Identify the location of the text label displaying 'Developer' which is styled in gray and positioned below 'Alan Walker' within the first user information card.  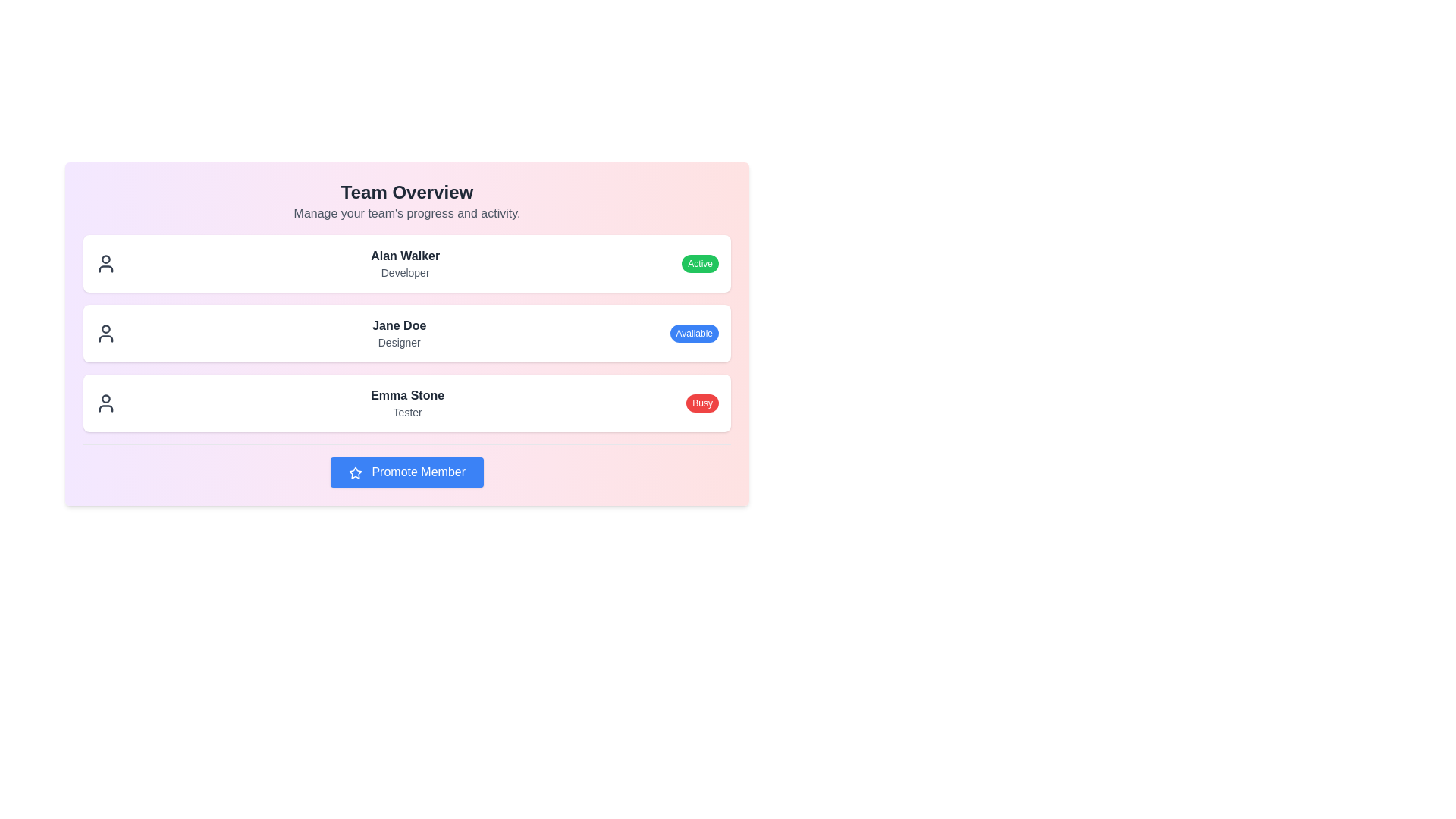
(405, 271).